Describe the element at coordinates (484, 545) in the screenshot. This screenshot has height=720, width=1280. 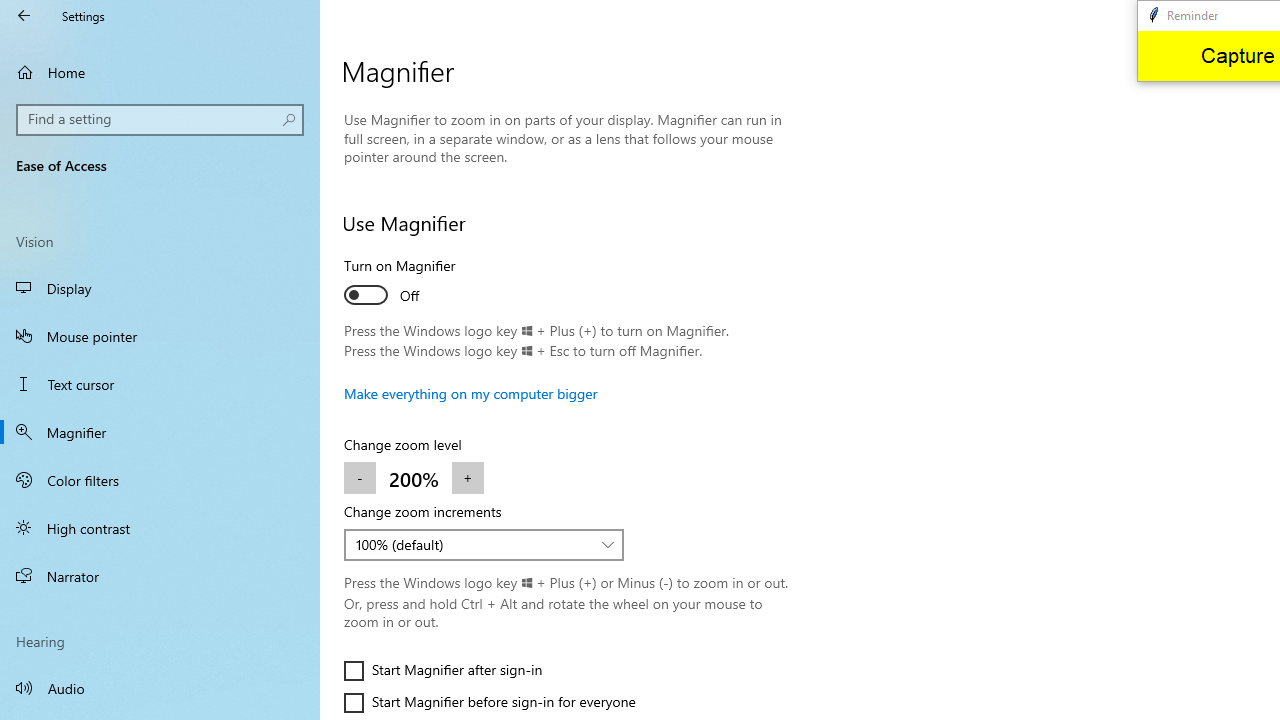
I see `'Change zoom increments'` at that location.